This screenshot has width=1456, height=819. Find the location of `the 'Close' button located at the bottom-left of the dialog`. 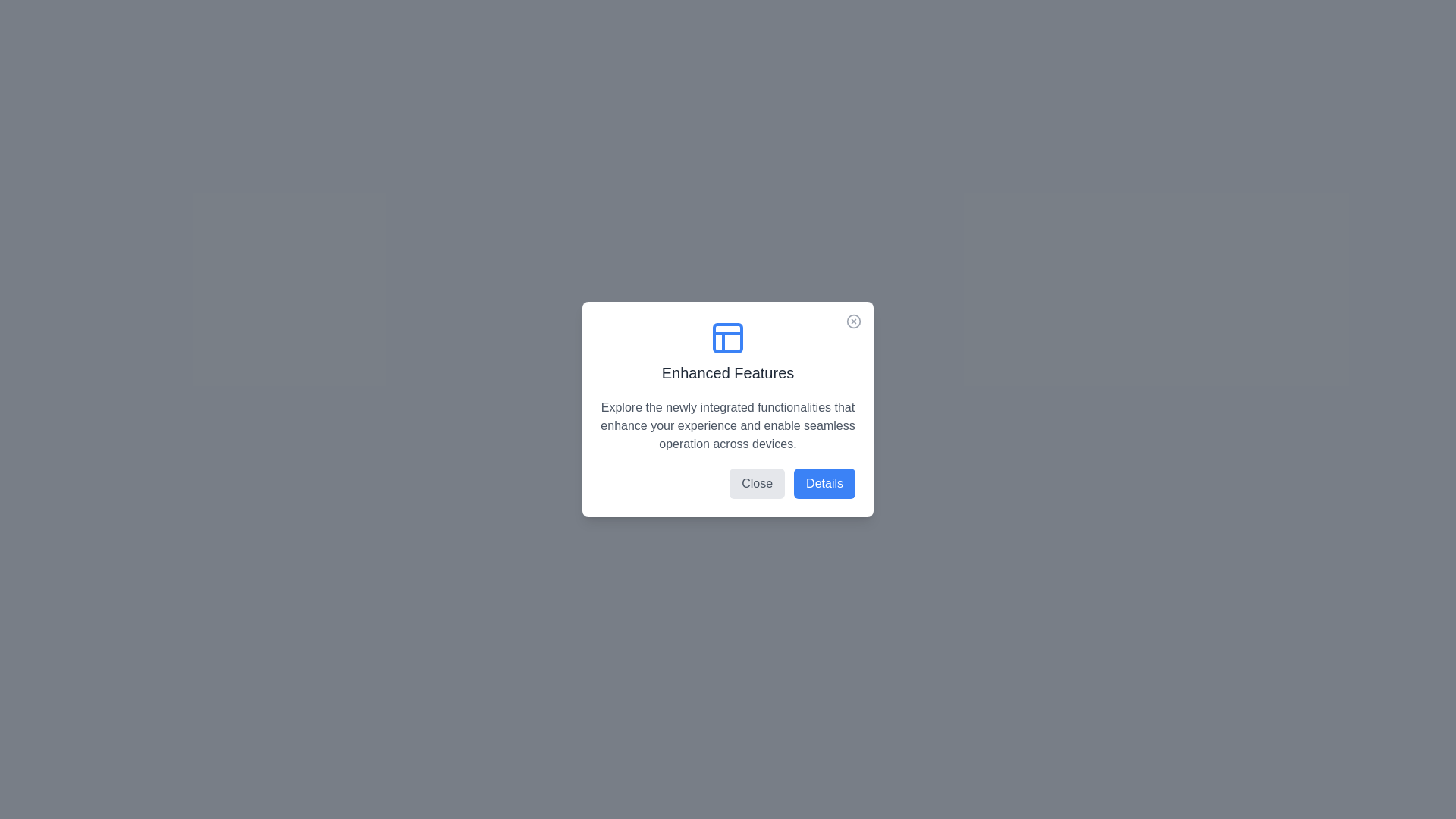

the 'Close' button located at the bottom-left of the dialog is located at coordinates (757, 483).